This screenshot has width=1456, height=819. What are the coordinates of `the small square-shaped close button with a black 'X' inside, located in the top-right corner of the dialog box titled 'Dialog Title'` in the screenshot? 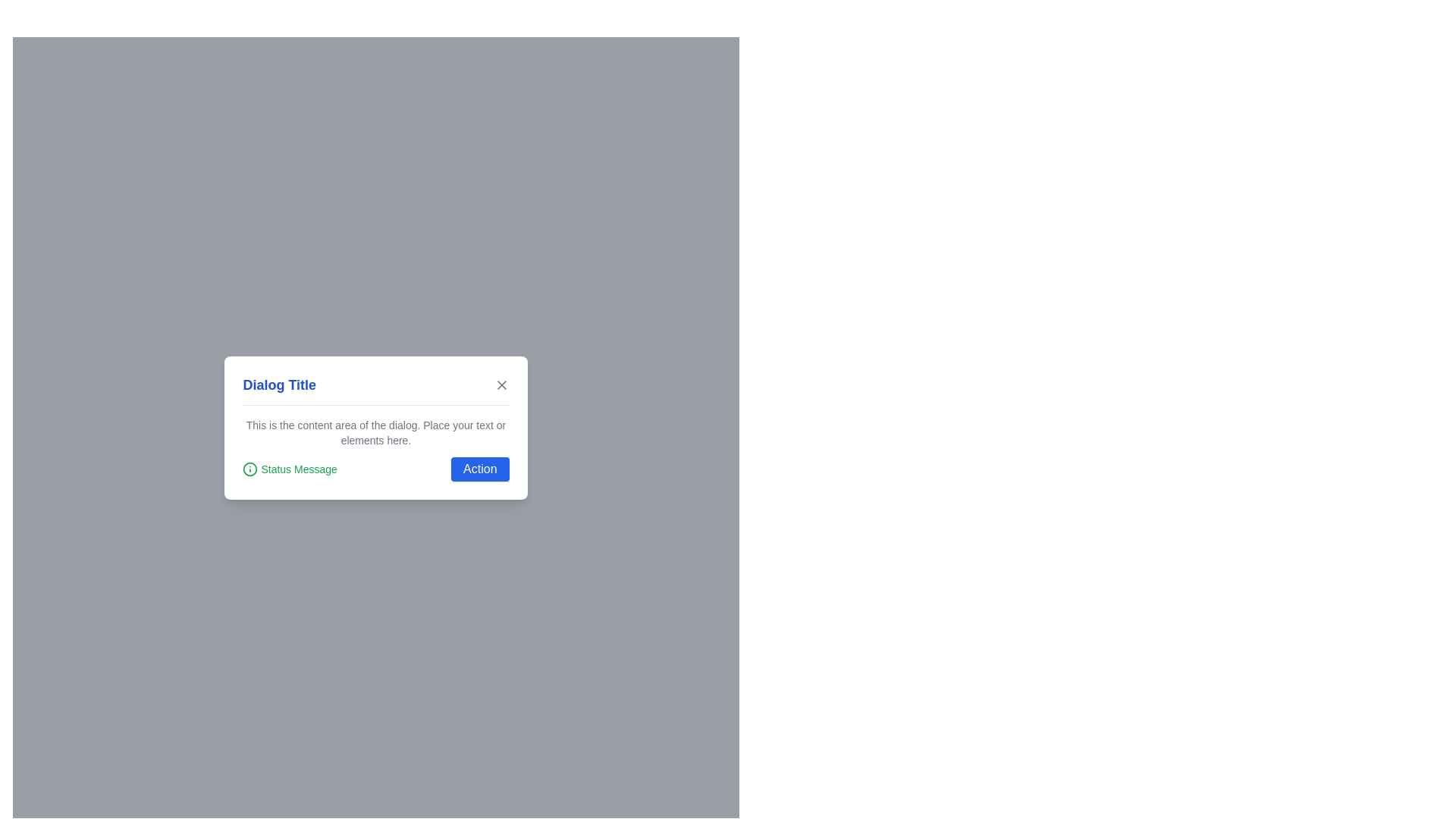 It's located at (501, 384).